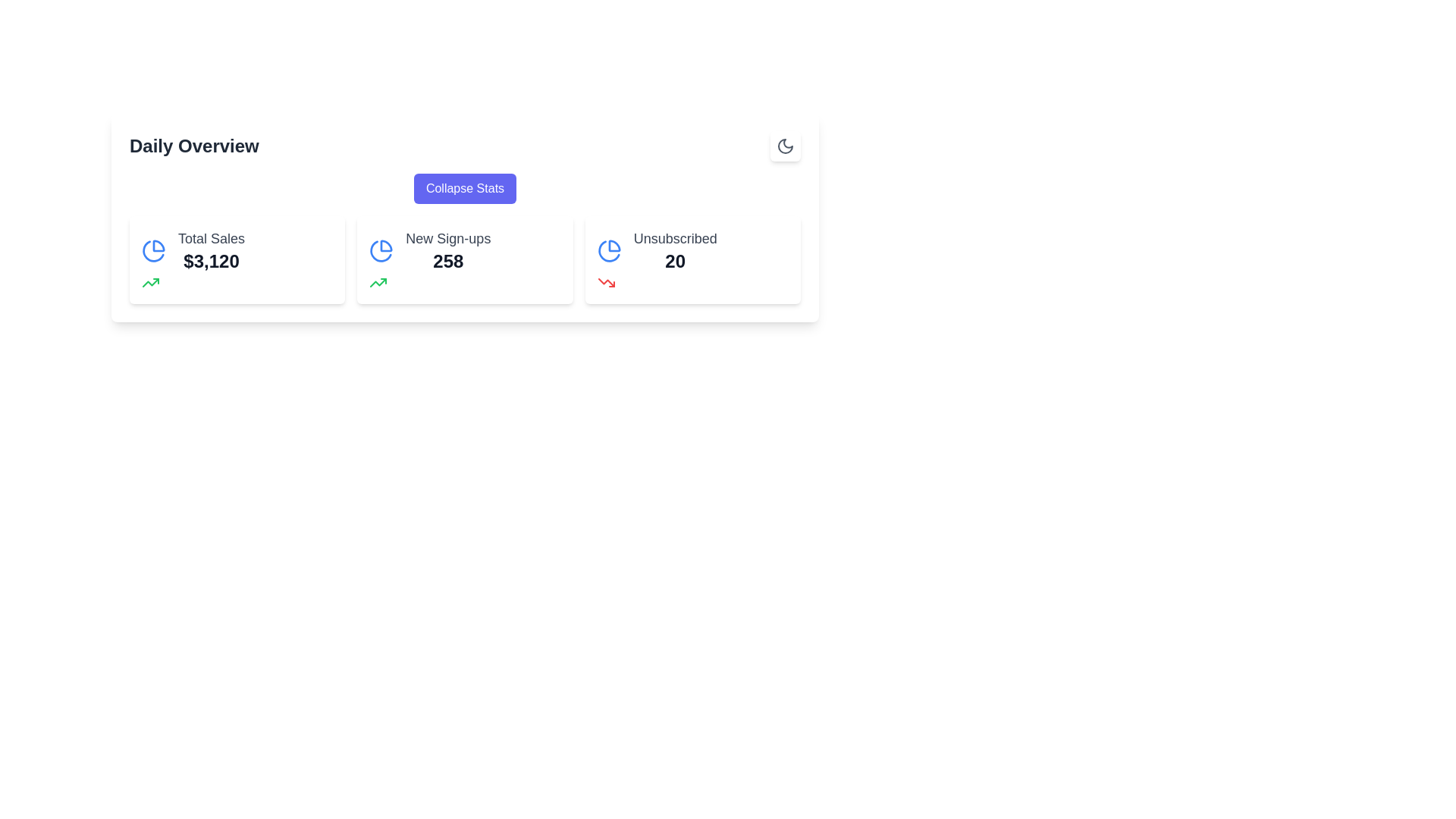 The height and width of the screenshot is (819, 1456). Describe the element at coordinates (464, 239) in the screenshot. I see `the Information display (statistical overview) located below the 'Daily Overview' heading to potentially reveal tooltips` at that location.